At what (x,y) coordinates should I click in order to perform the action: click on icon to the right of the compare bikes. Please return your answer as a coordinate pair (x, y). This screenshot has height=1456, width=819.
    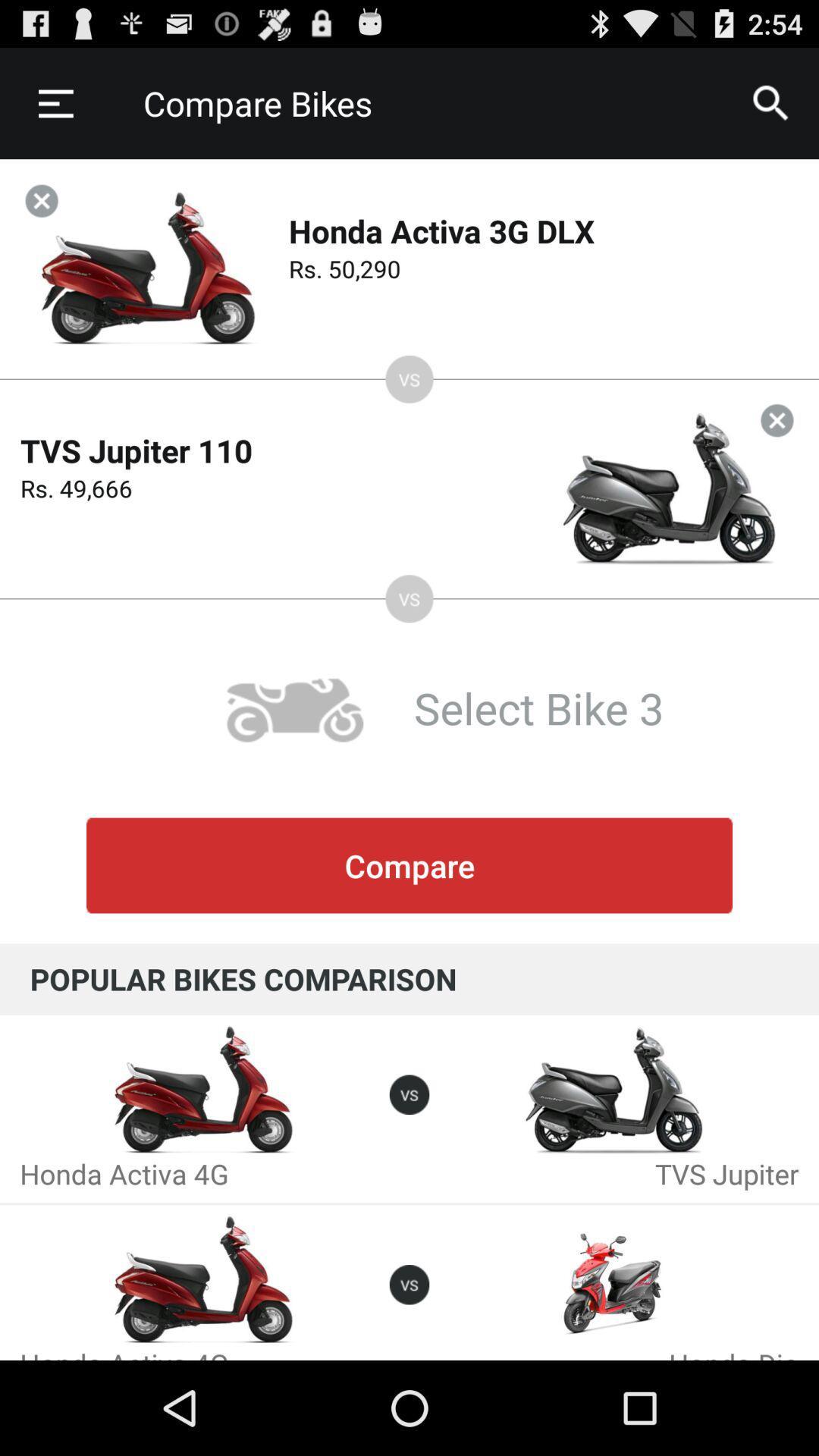
    Looking at the image, I should click on (771, 102).